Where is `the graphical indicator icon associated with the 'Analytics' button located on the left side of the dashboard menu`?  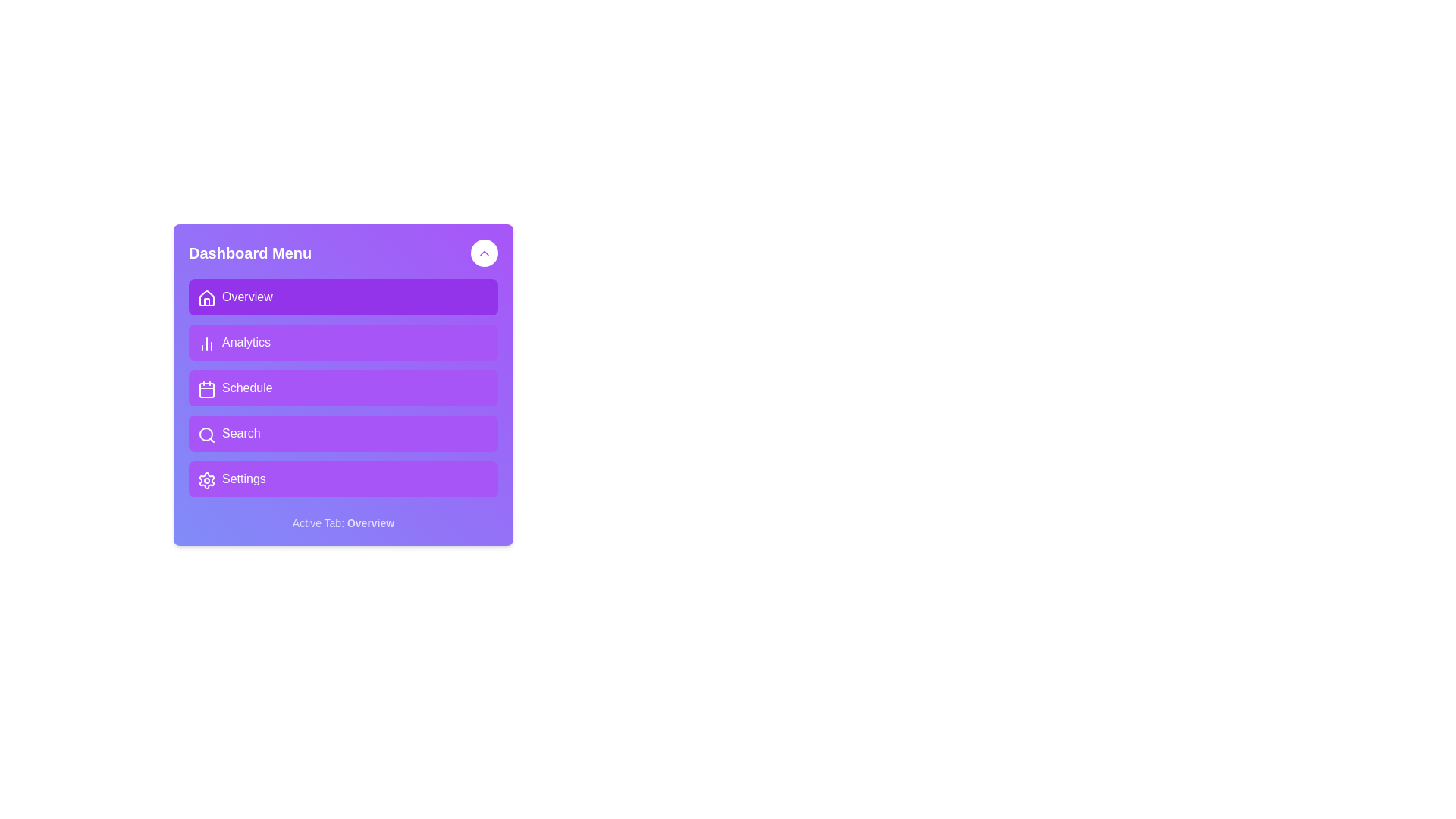
the graphical indicator icon associated with the 'Analytics' button located on the left side of the dashboard menu is located at coordinates (204, 342).